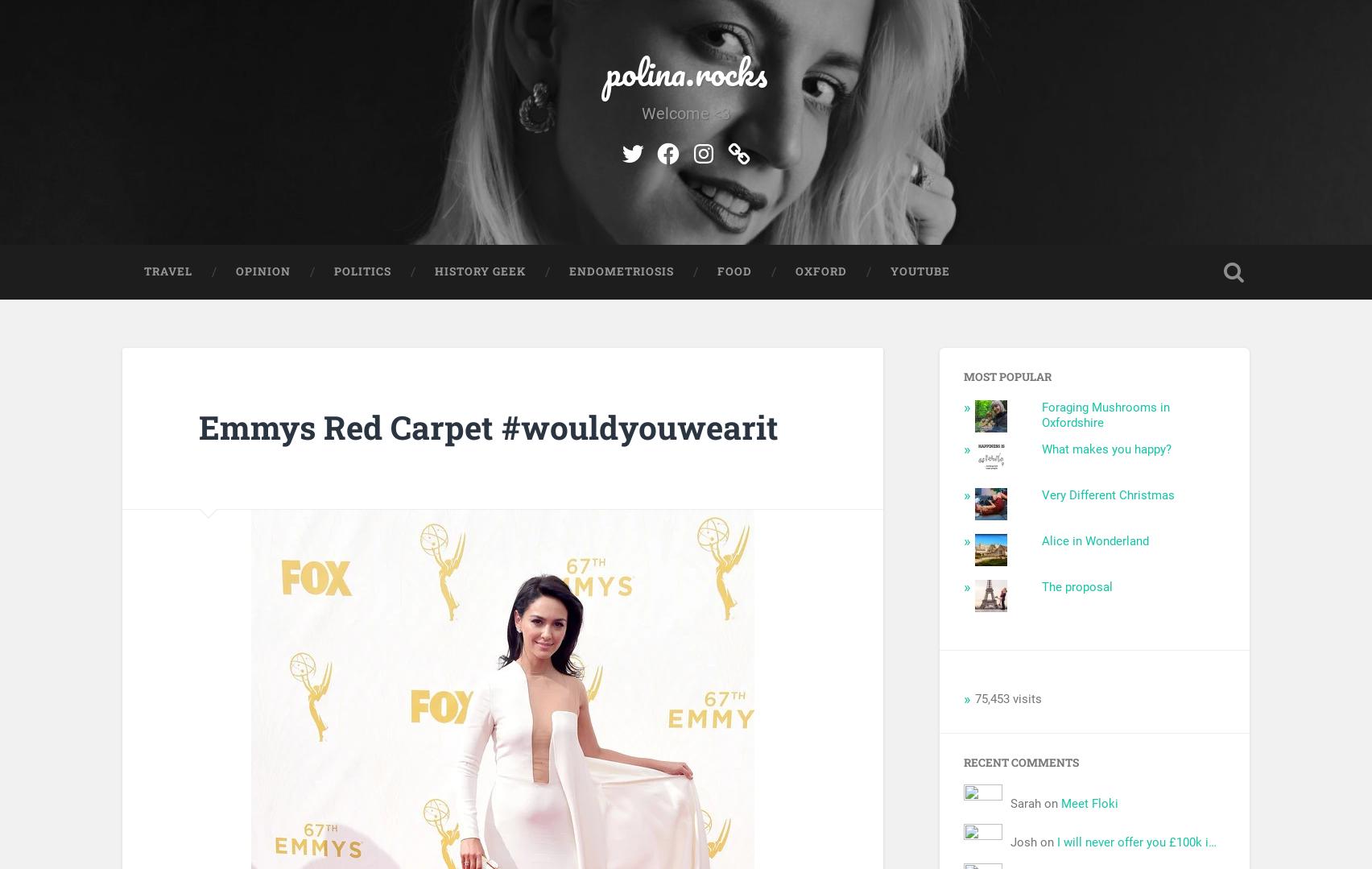 The height and width of the screenshot is (869, 1372). I want to click on 'I will never offer you £100k i…', so click(1136, 841).